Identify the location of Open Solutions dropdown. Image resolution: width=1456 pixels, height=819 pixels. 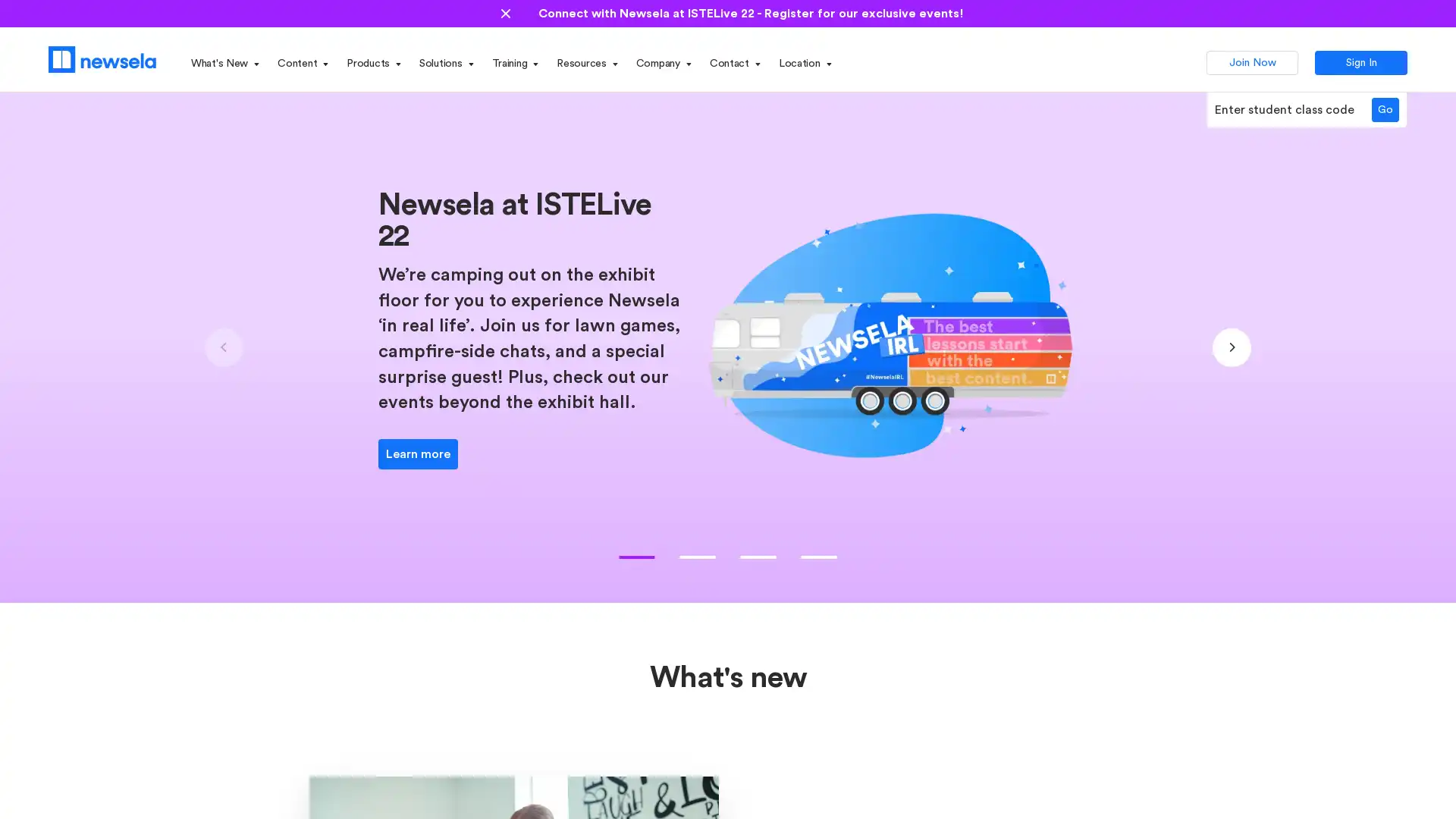
(471, 62).